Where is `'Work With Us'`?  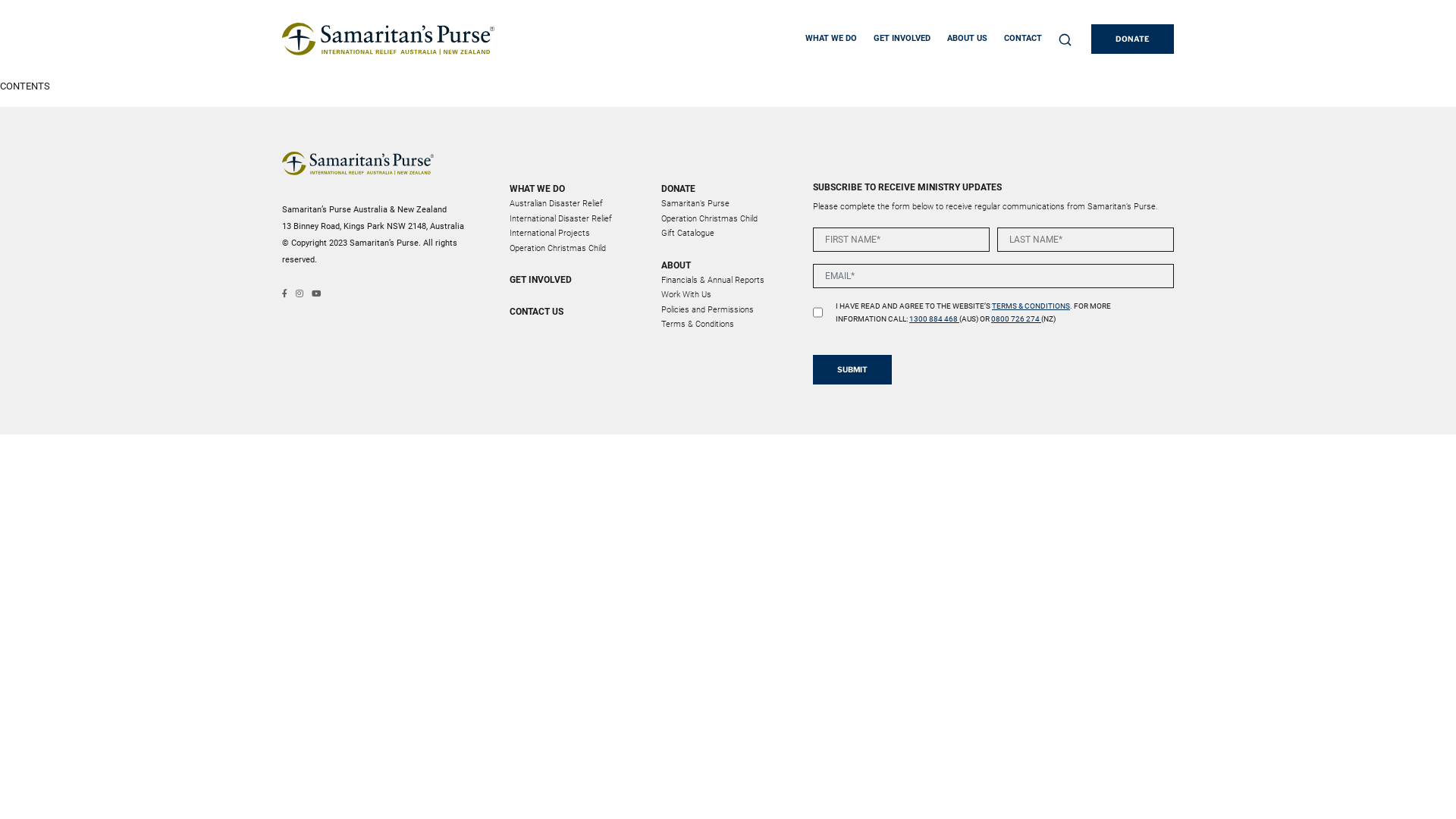 'Work With Us' is located at coordinates (686, 294).